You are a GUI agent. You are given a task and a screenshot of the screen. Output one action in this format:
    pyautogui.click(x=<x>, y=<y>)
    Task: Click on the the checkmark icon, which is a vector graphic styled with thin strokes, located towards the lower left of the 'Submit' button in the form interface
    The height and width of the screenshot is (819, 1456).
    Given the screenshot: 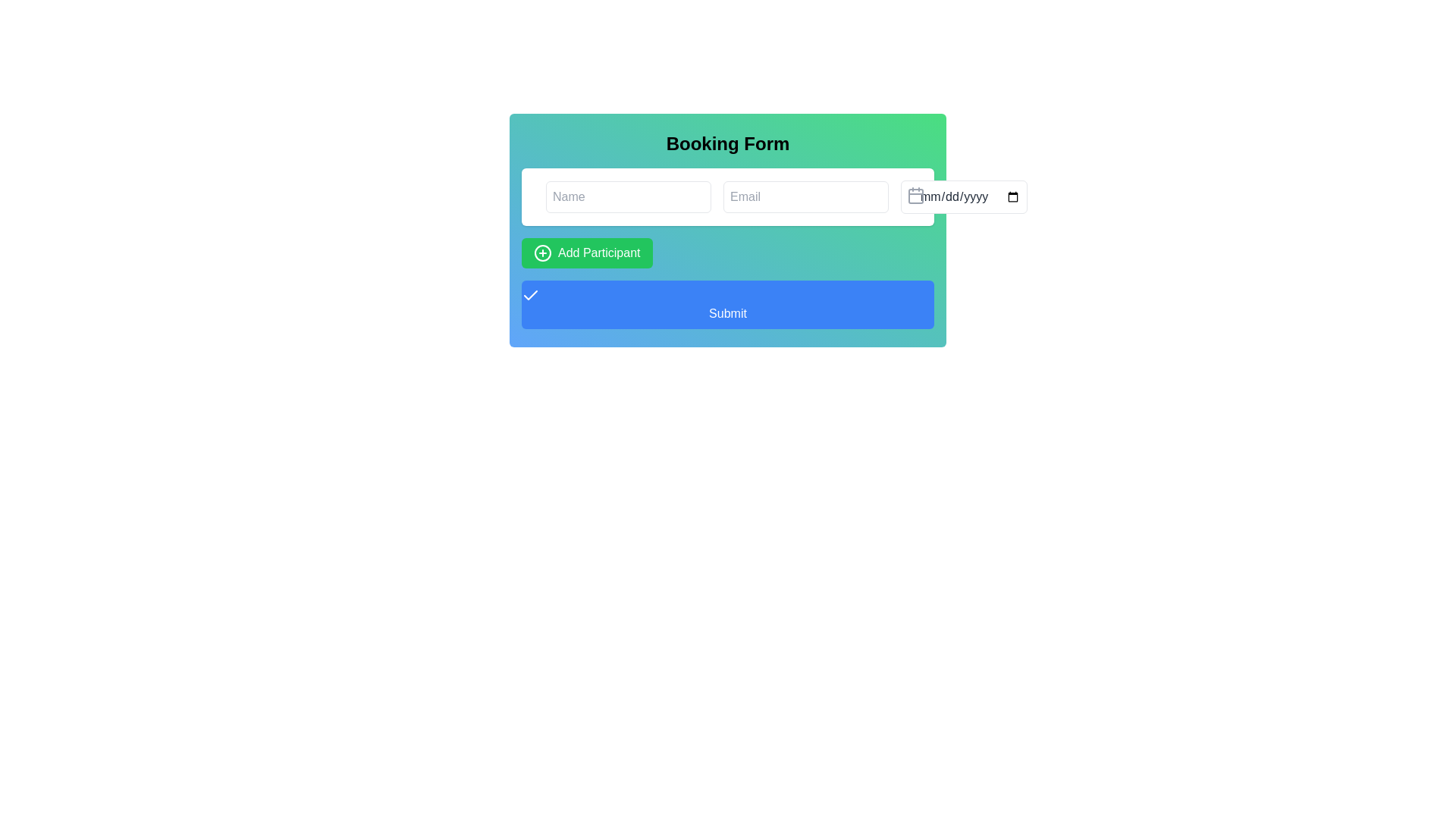 What is the action you would take?
    pyautogui.click(x=531, y=295)
    